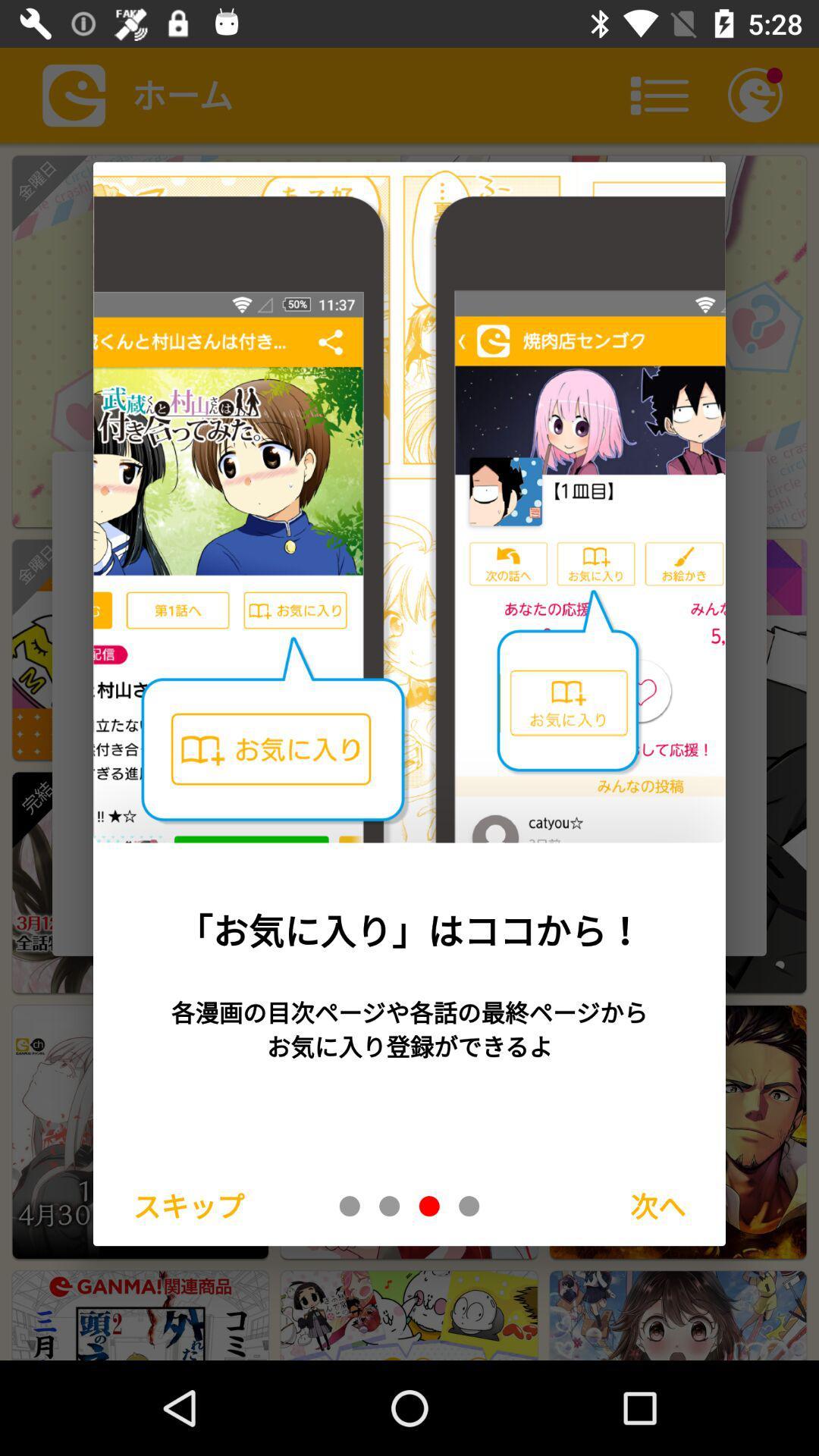 The width and height of the screenshot is (819, 1456). Describe the element at coordinates (350, 1205) in the screenshot. I see `go back` at that location.